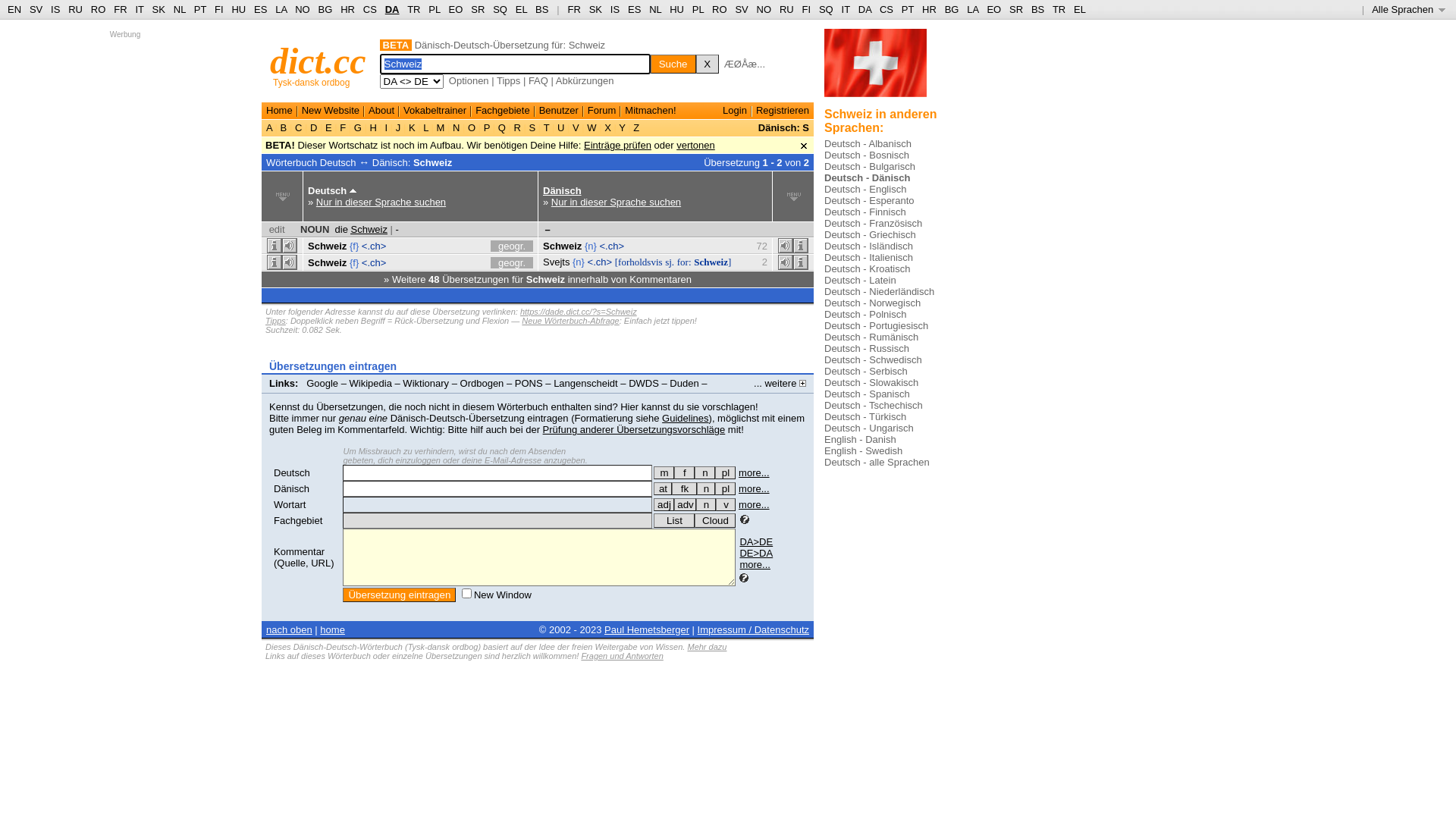 The width and height of the screenshot is (1456, 819). What do you see at coordinates (683, 472) in the screenshot?
I see `'die - weiblich (Femininum)'` at bounding box center [683, 472].